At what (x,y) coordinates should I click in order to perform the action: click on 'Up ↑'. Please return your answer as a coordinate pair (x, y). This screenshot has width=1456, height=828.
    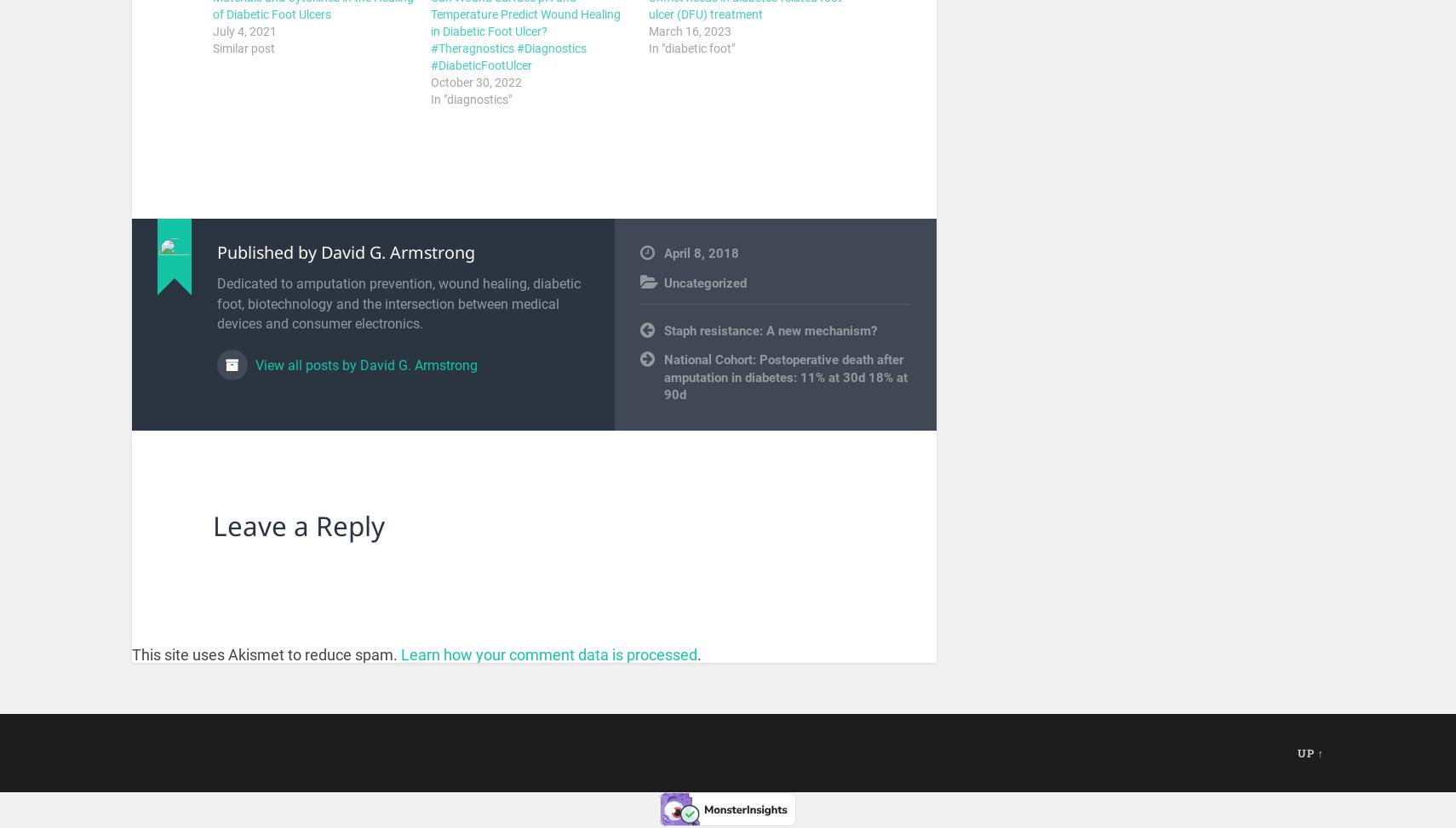
    Looking at the image, I should click on (1310, 751).